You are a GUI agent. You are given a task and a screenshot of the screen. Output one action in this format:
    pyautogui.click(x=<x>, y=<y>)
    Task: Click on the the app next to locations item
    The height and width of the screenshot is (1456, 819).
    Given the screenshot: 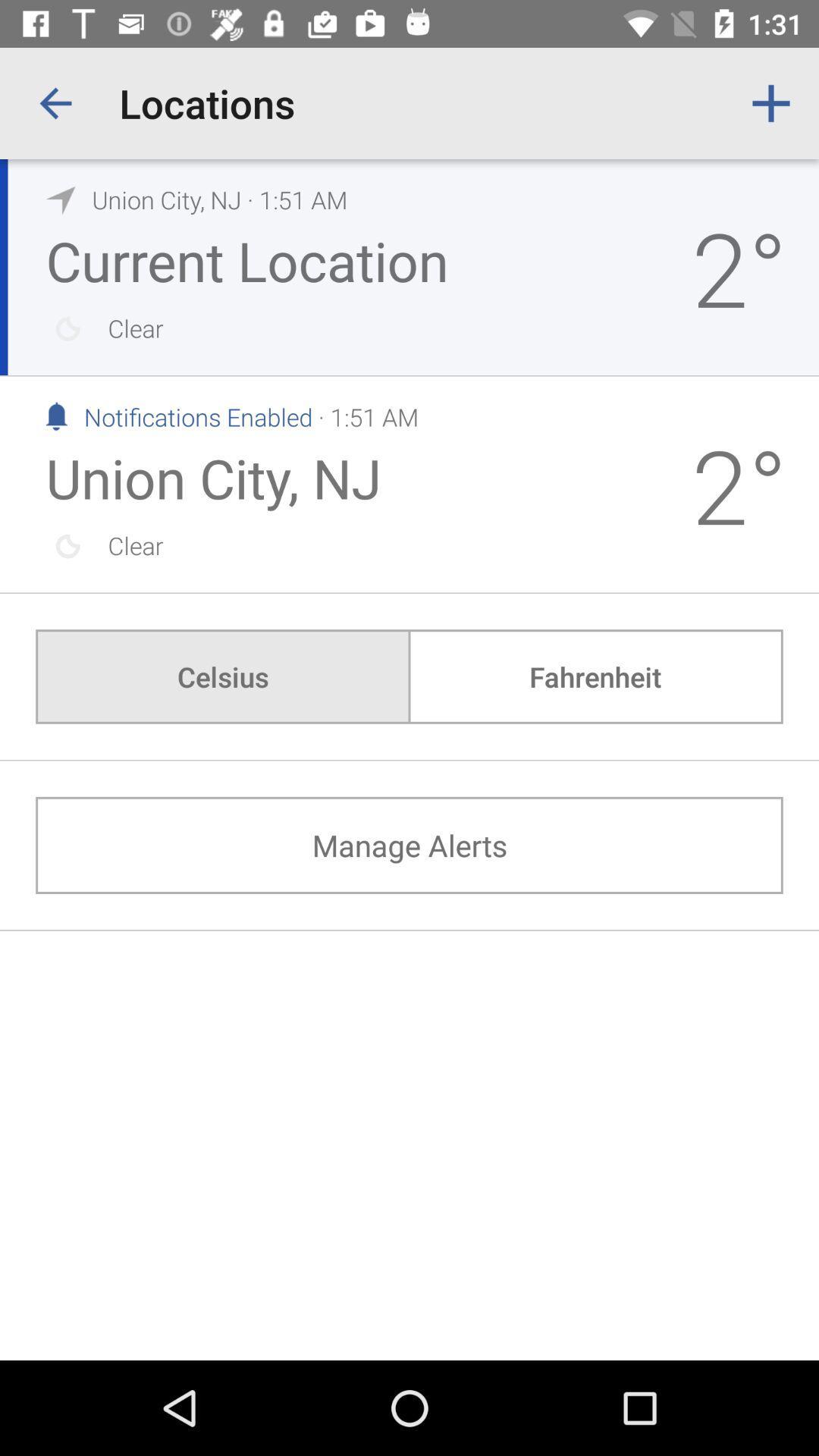 What is the action you would take?
    pyautogui.click(x=771, y=102)
    